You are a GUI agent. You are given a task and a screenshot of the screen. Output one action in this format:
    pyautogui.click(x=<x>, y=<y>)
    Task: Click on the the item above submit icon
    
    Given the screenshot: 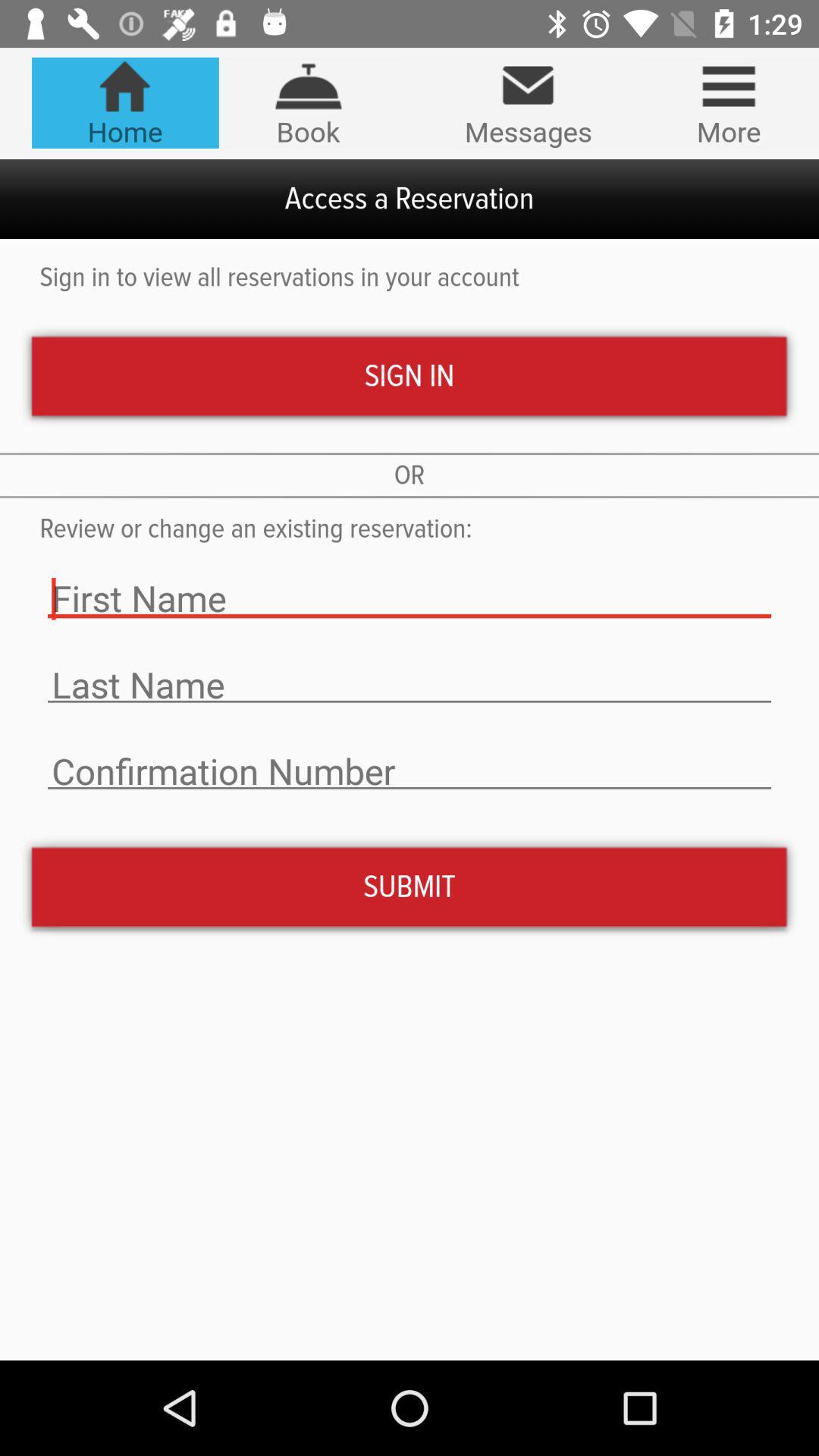 What is the action you would take?
    pyautogui.click(x=409, y=771)
    